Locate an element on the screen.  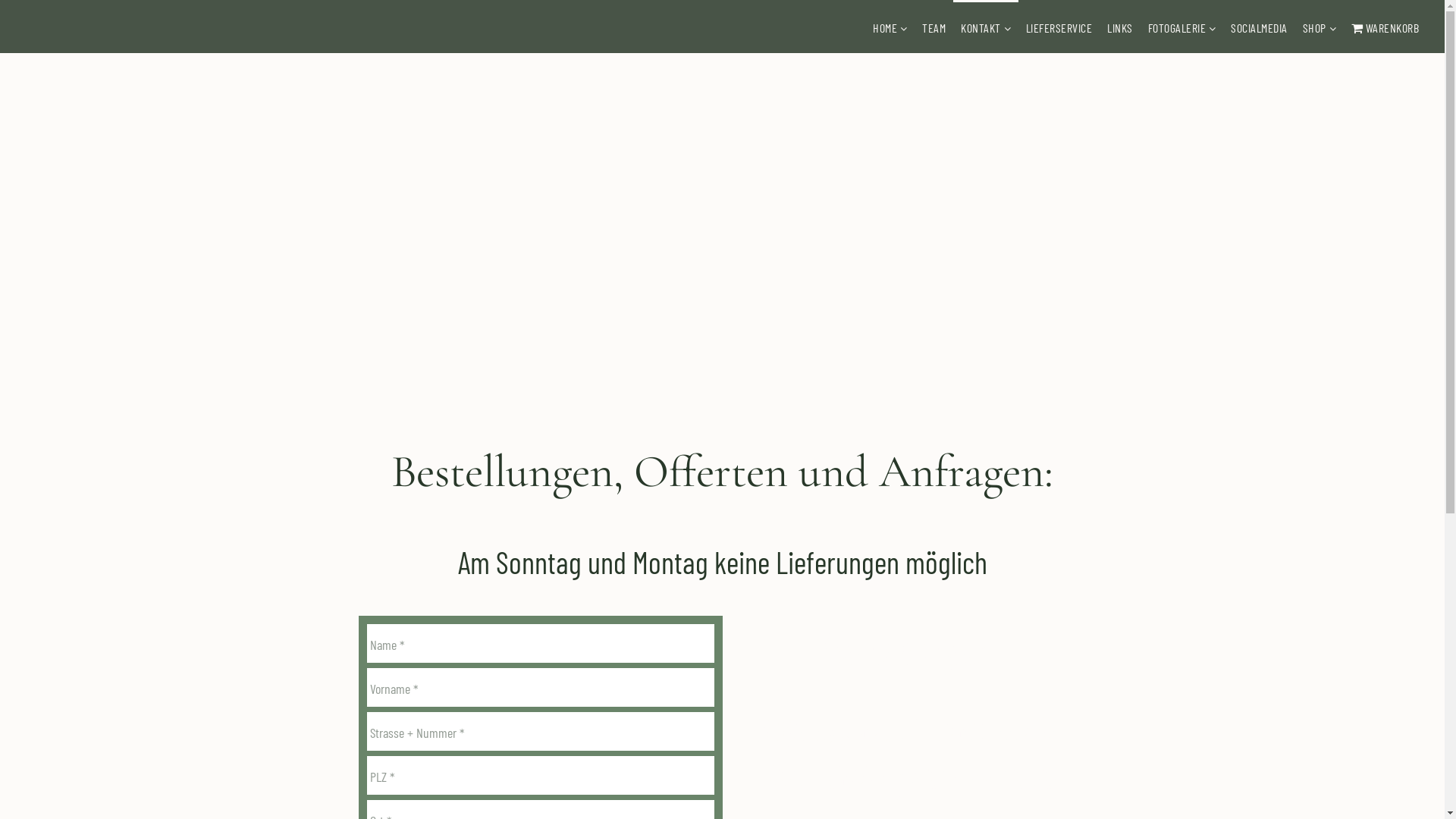
'KONTAKT' is located at coordinates (981, 27).